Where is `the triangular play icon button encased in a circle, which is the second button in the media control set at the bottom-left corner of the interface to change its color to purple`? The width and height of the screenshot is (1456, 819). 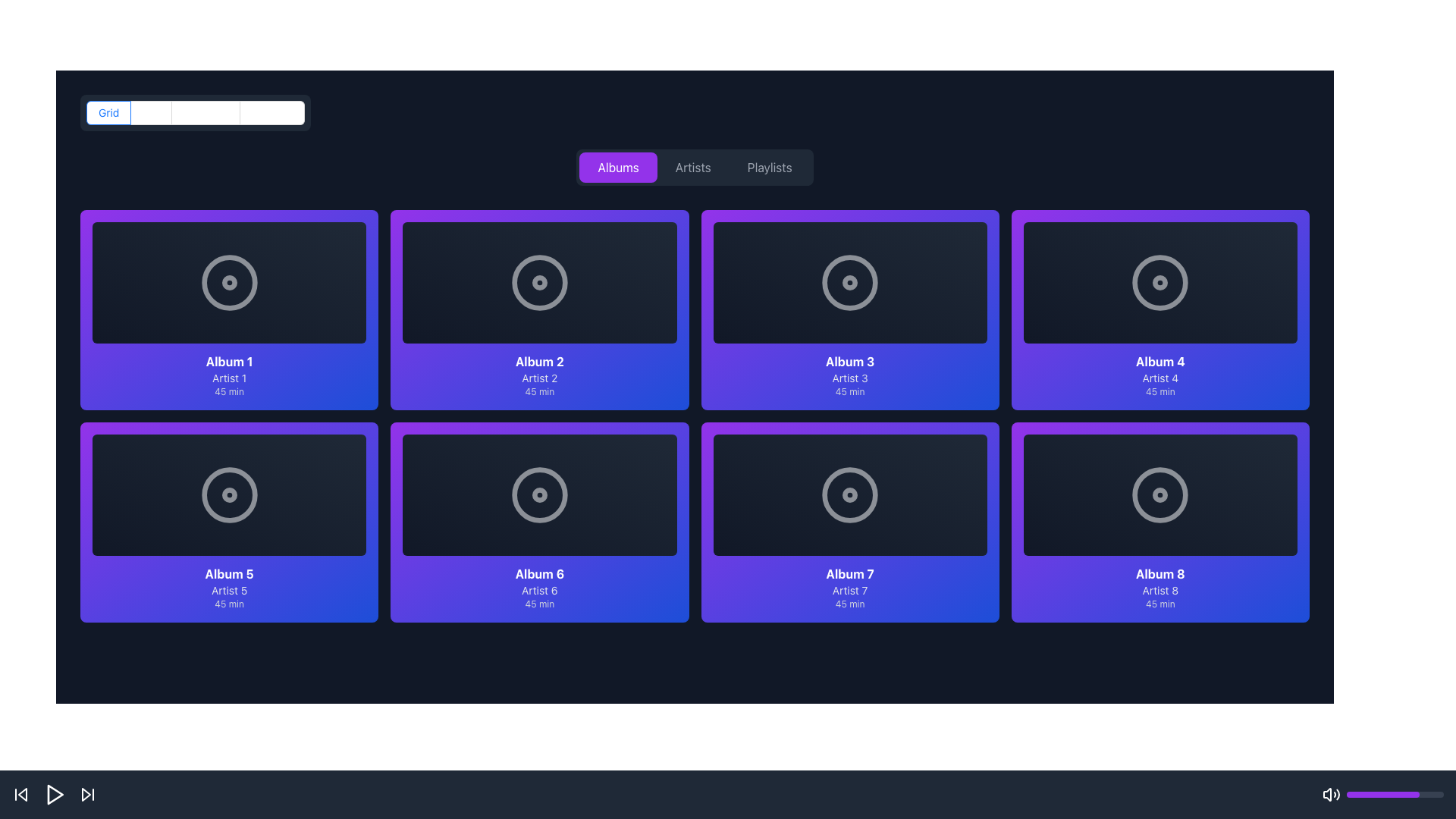 the triangular play icon button encased in a circle, which is the second button in the media control set at the bottom-left corner of the interface to change its color to purple is located at coordinates (55, 794).